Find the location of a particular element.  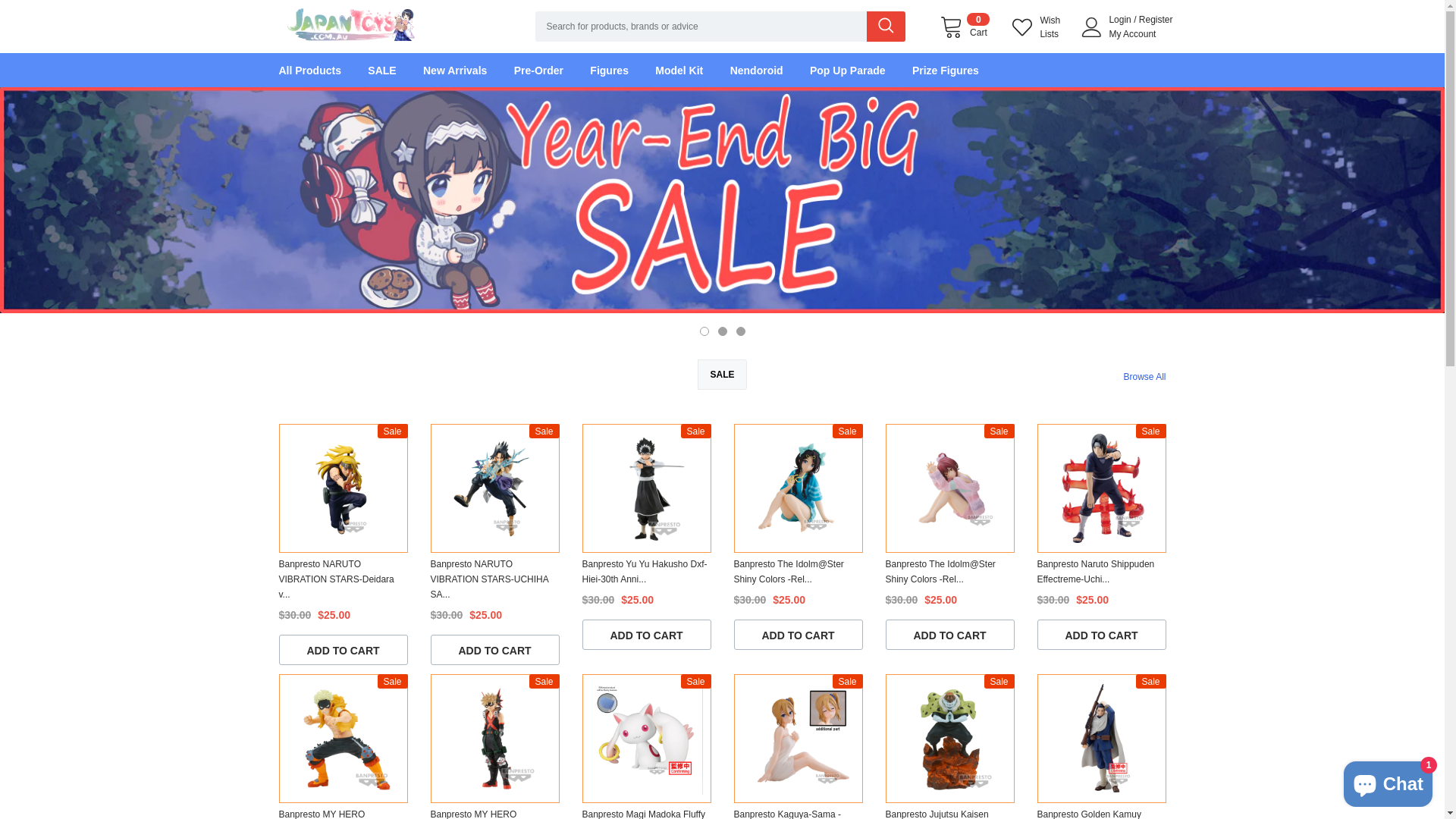

'Banpresto The Idolm@Ster Shiny Colors -Rel...' is located at coordinates (949, 571).